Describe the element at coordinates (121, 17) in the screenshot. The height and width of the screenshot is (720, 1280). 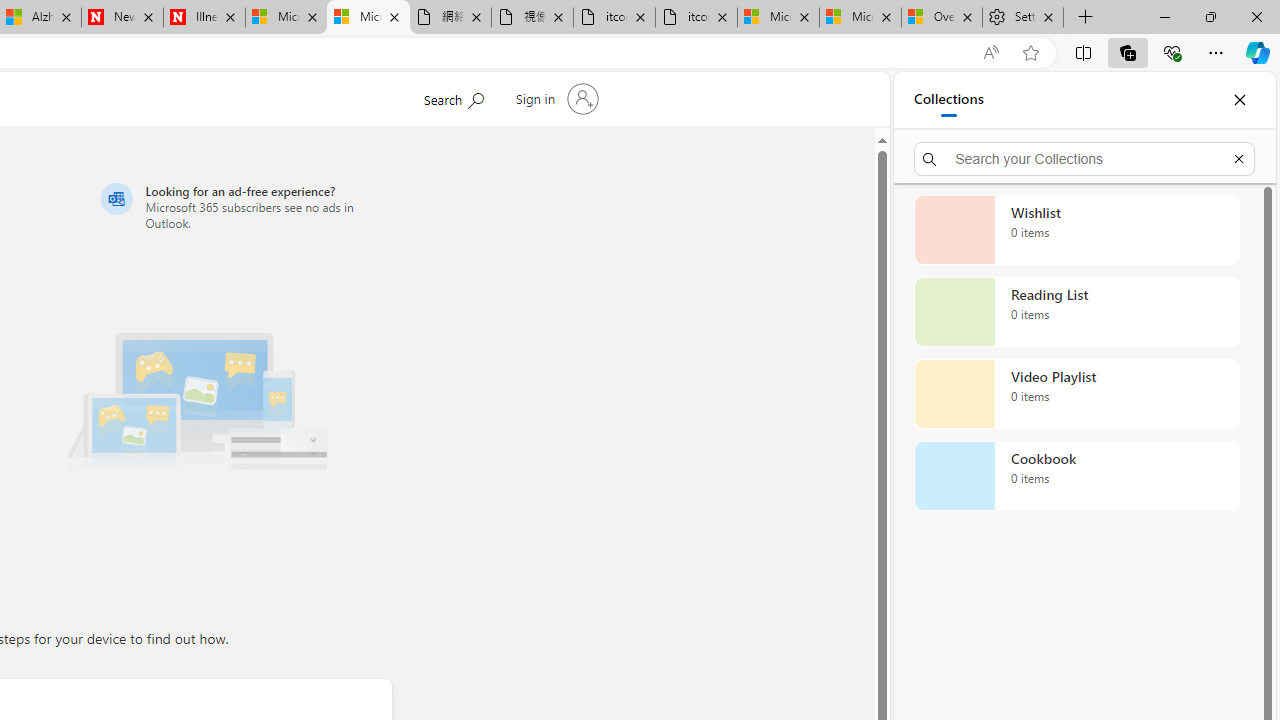
I see `'Newsweek - News, Analysis, Politics, Business, Technology'` at that location.